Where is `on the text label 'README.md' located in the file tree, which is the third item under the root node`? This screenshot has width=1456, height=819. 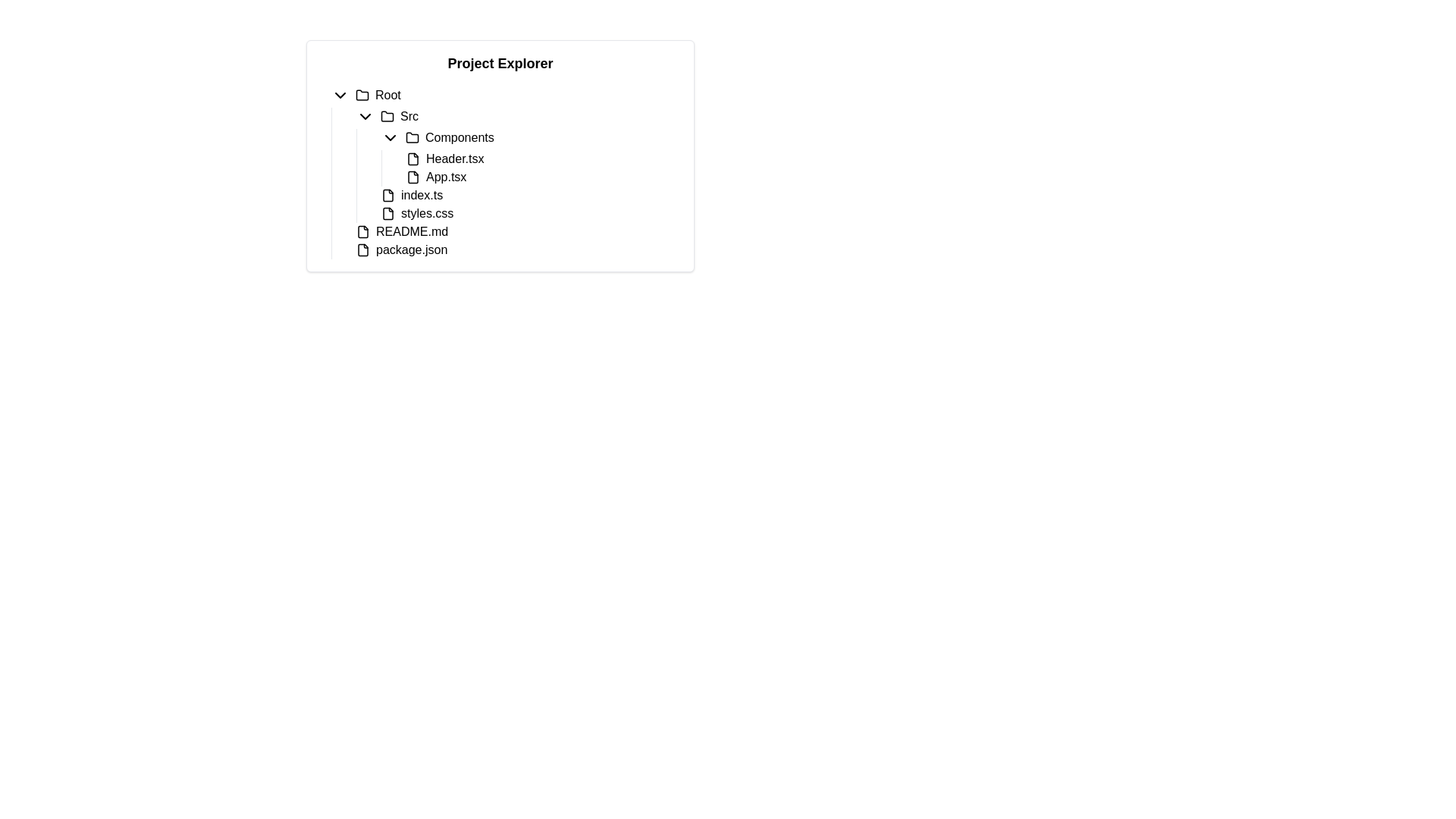 on the text label 'README.md' located in the file tree, which is the third item under the root node is located at coordinates (412, 231).